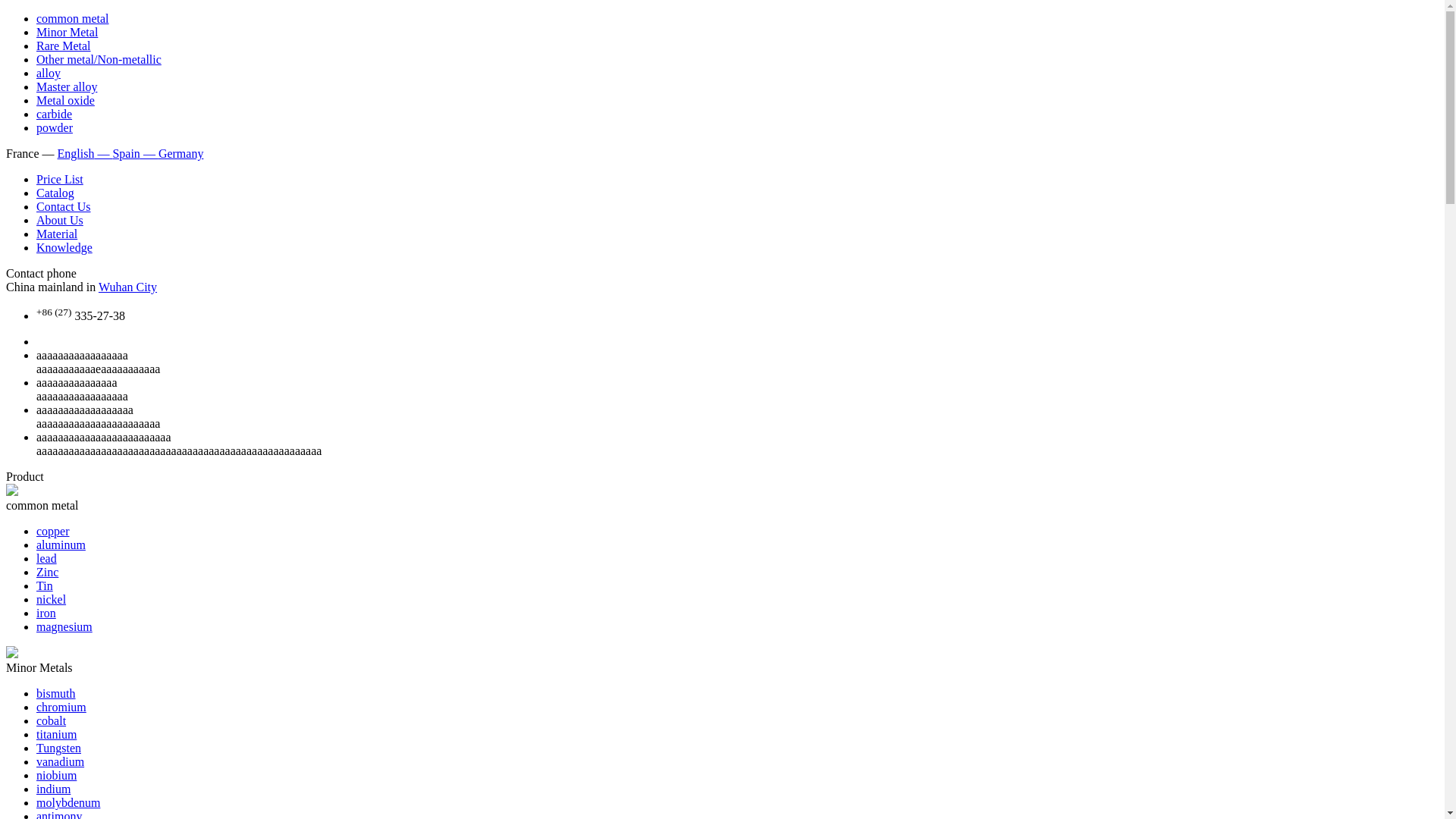 Image resolution: width=1456 pixels, height=819 pixels. What do you see at coordinates (36, 585) in the screenshot?
I see `'Tin'` at bounding box center [36, 585].